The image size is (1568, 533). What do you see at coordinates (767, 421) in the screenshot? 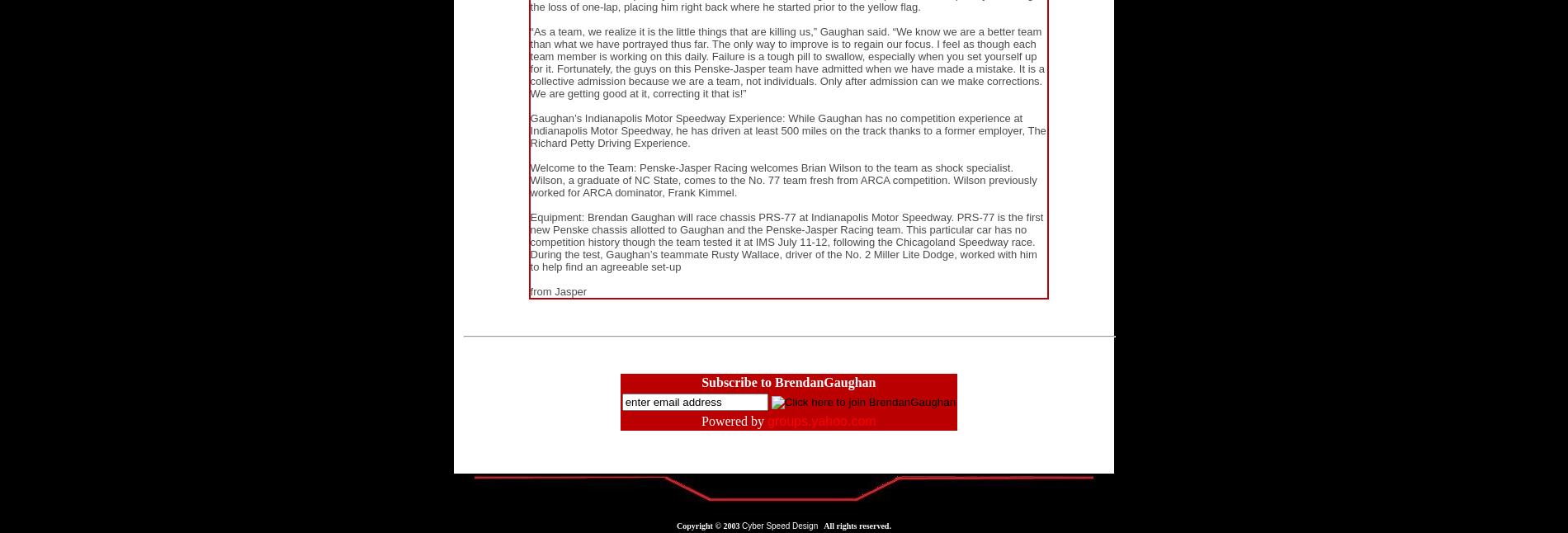
I see `'groups.yahoo.com'` at bounding box center [767, 421].